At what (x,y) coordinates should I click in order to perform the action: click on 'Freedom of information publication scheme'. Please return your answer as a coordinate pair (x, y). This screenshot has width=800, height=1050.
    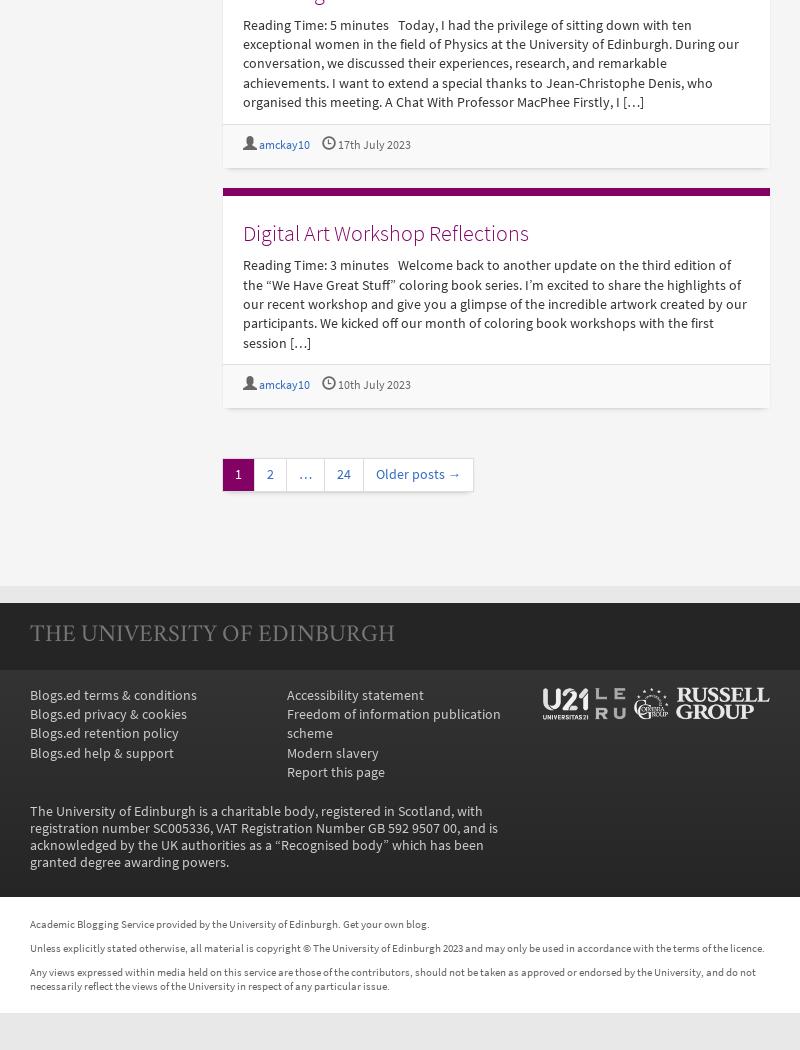
    Looking at the image, I should click on (391, 722).